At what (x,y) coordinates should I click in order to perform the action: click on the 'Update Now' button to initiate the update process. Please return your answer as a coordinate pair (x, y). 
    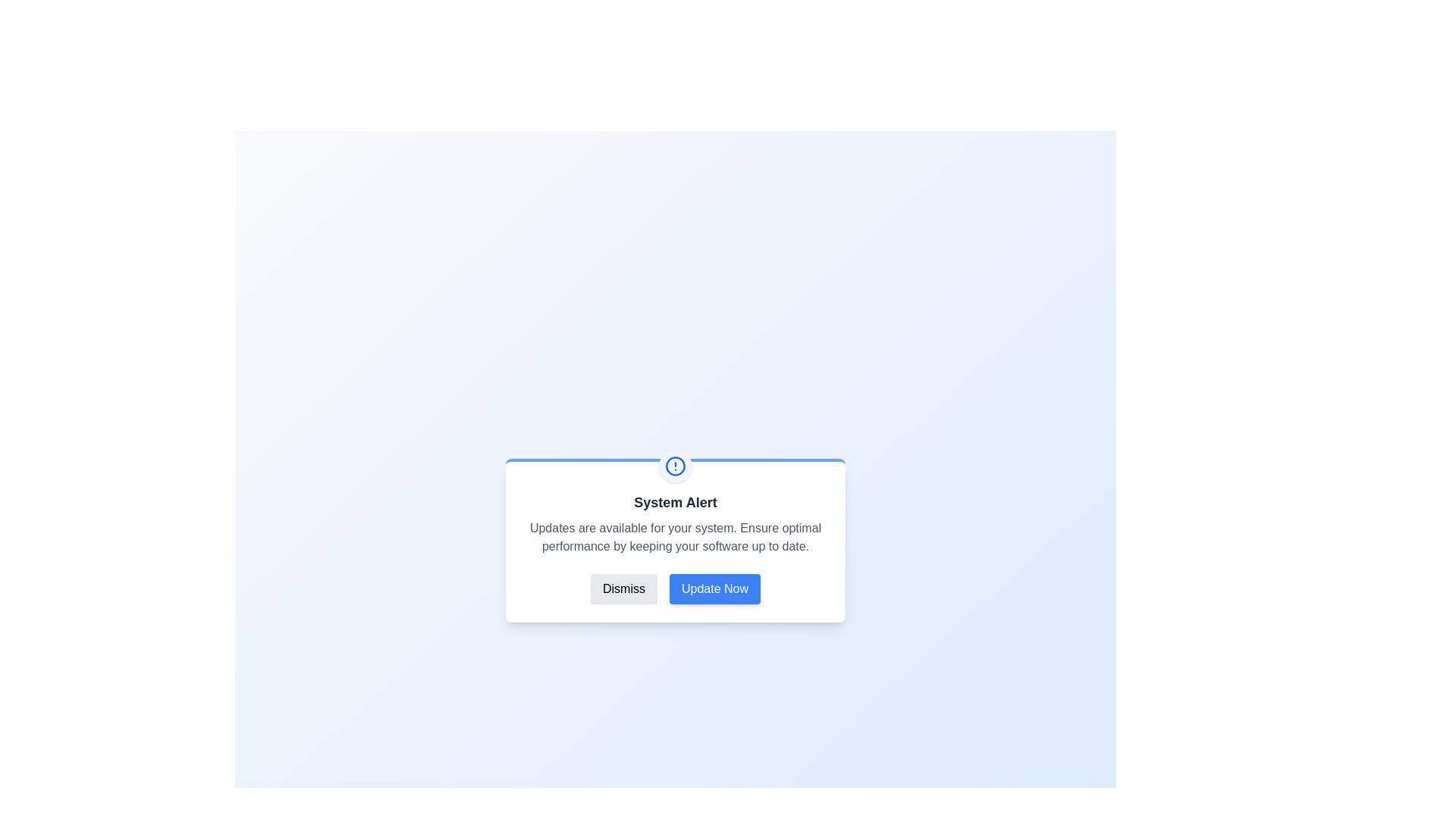
    Looking at the image, I should click on (714, 588).